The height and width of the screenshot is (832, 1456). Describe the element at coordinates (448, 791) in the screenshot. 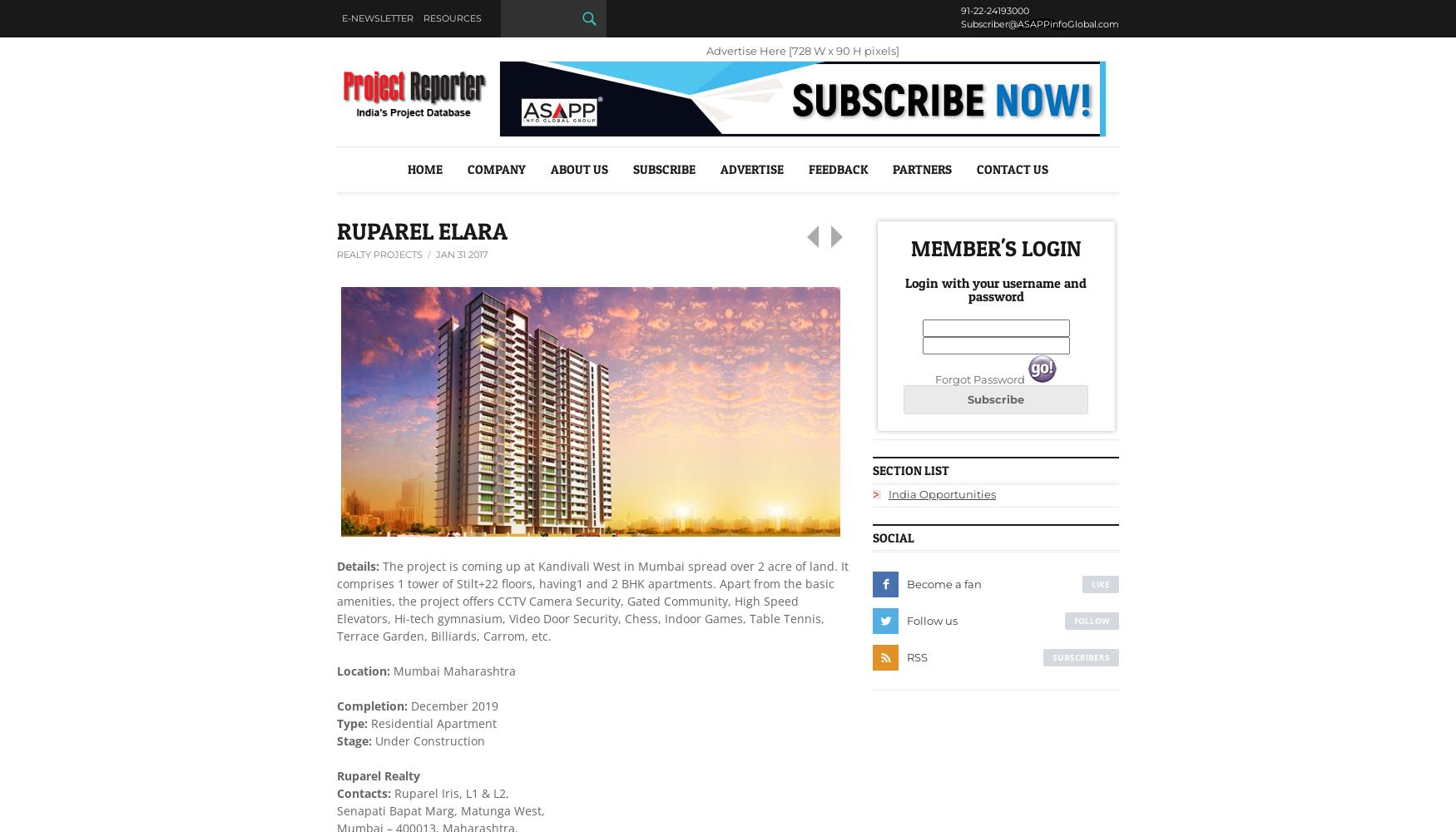

I see `'Ruparel Iris, L1 & L2,'` at that location.